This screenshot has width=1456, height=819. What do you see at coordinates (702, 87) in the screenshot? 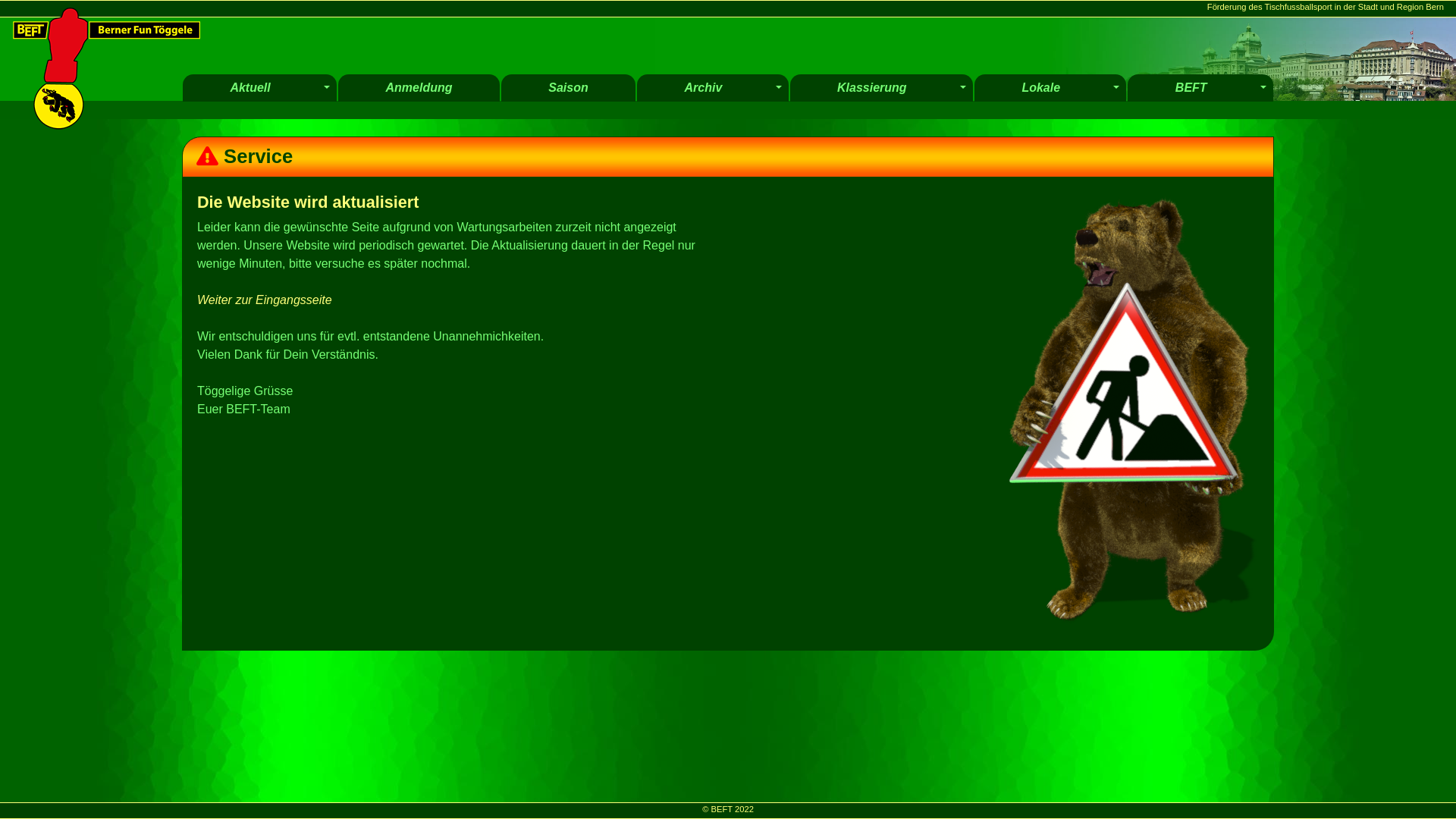
I see `'Archiv'` at bounding box center [702, 87].